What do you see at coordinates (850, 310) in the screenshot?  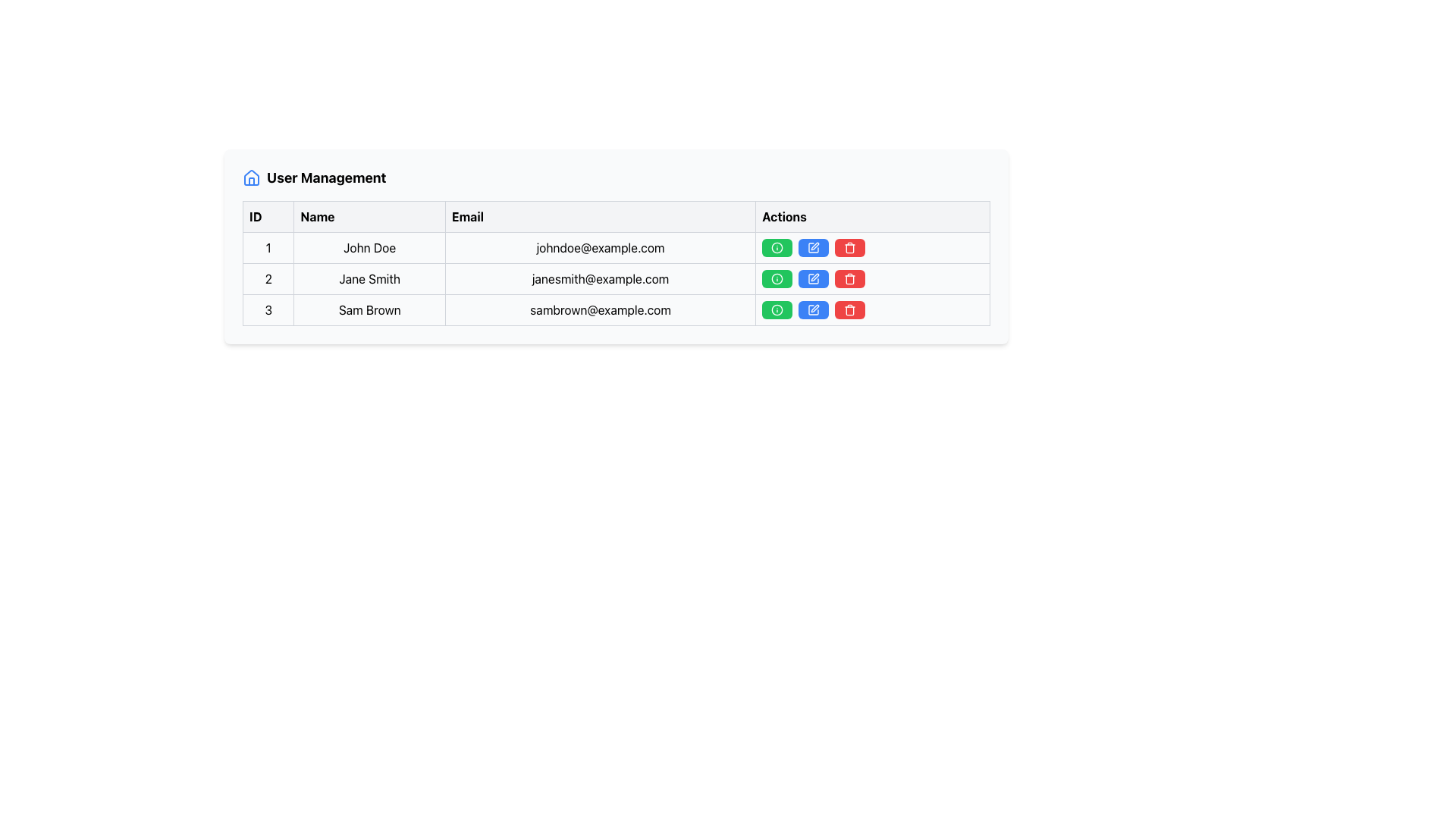 I see `the trash can icon located in the 'Actions' column of the tabular interface for user 'Sam Brown'. This icon is a vertical rectangular shape with a stroke outline and no fill, positioned in the third row` at bounding box center [850, 310].